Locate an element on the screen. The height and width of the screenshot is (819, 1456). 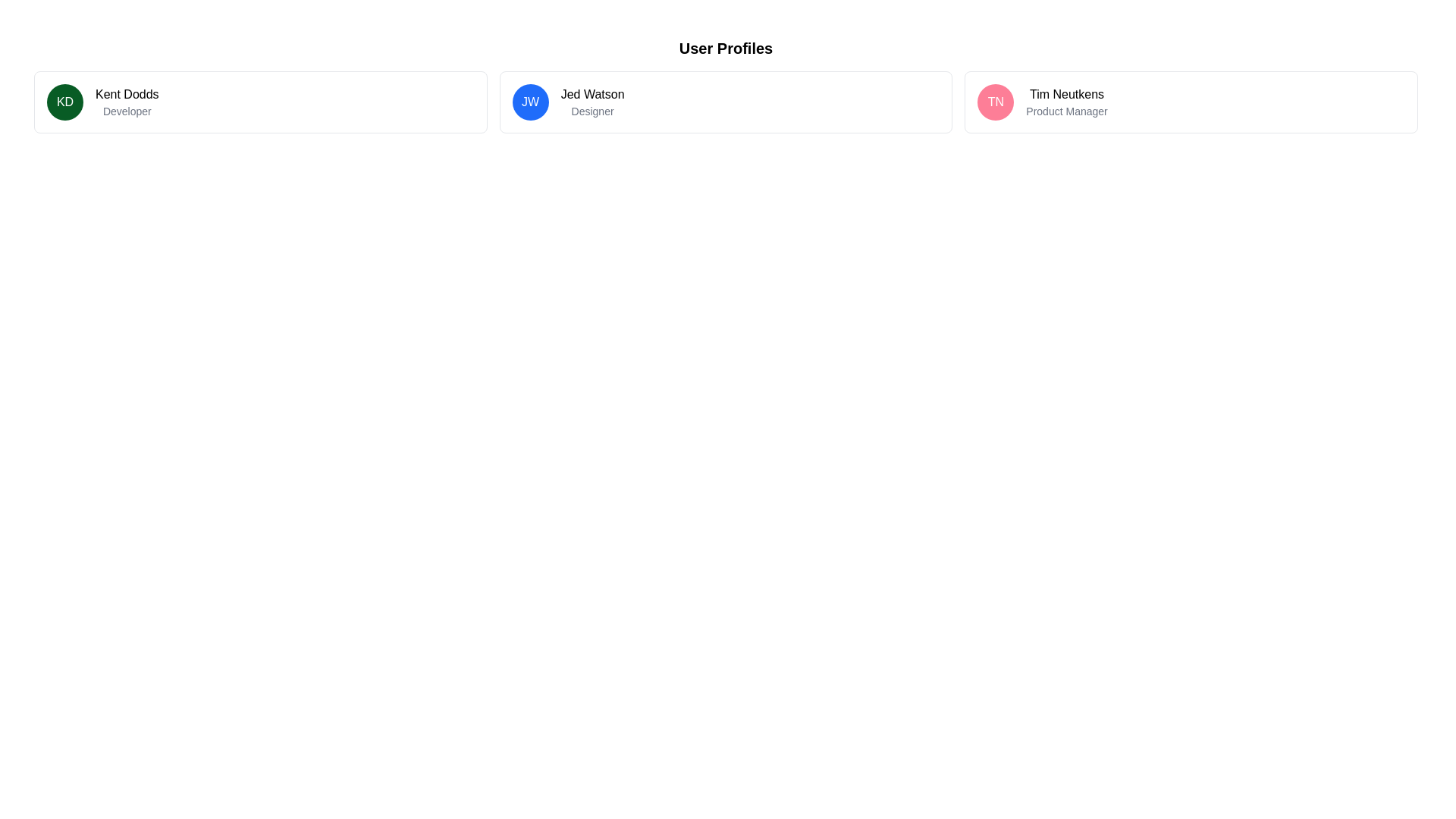
the text label displaying 'Tim Neutkens' which is located in the rightmost profile card, positioned above the smaller text 'Product Manager' is located at coordinates (1065, 94).